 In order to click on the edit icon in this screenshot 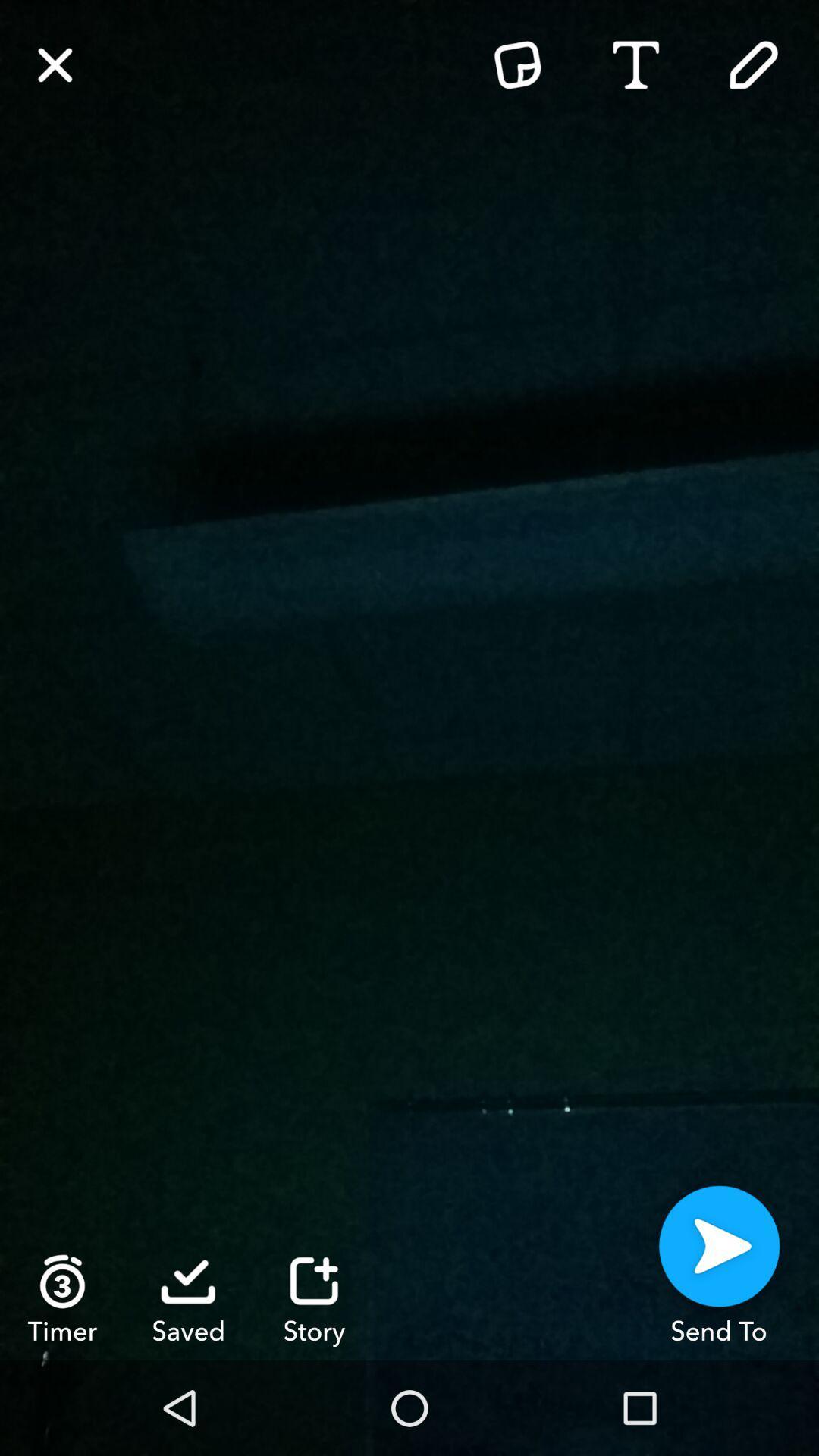, I will do `click(754, 64)`.